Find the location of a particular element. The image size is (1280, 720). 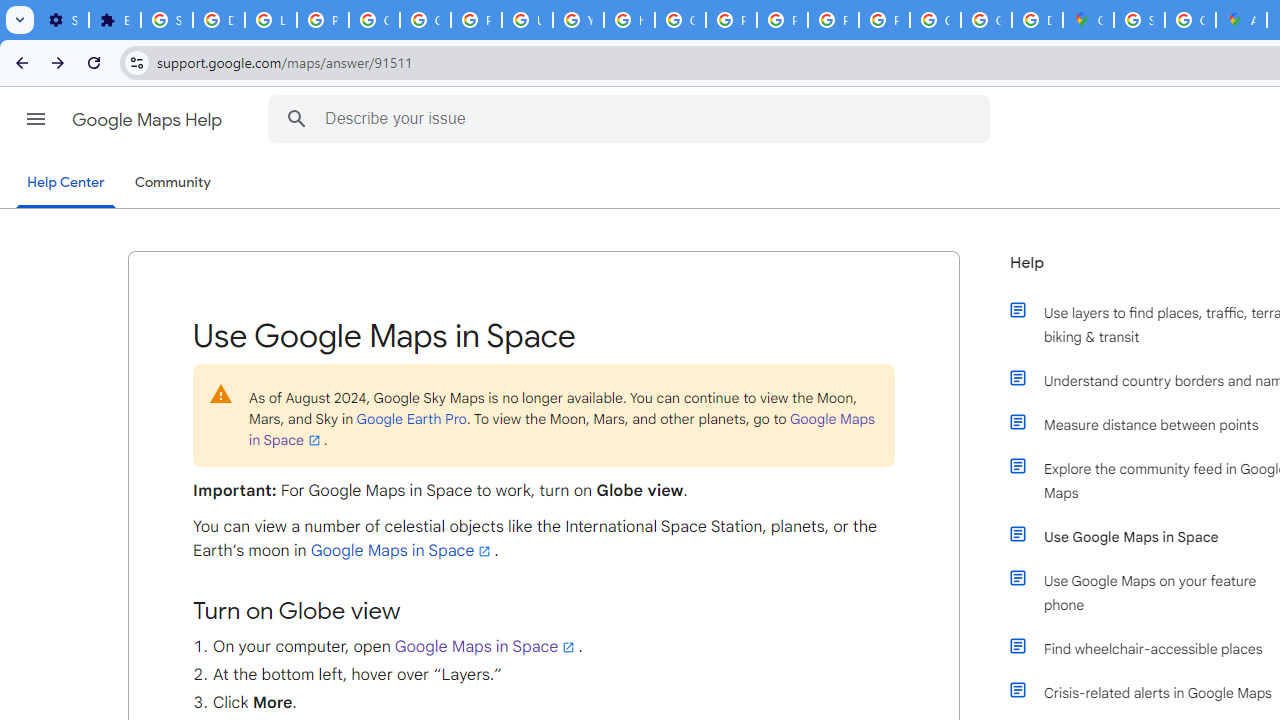

'Main menu' is located at coordinates (35, 119).